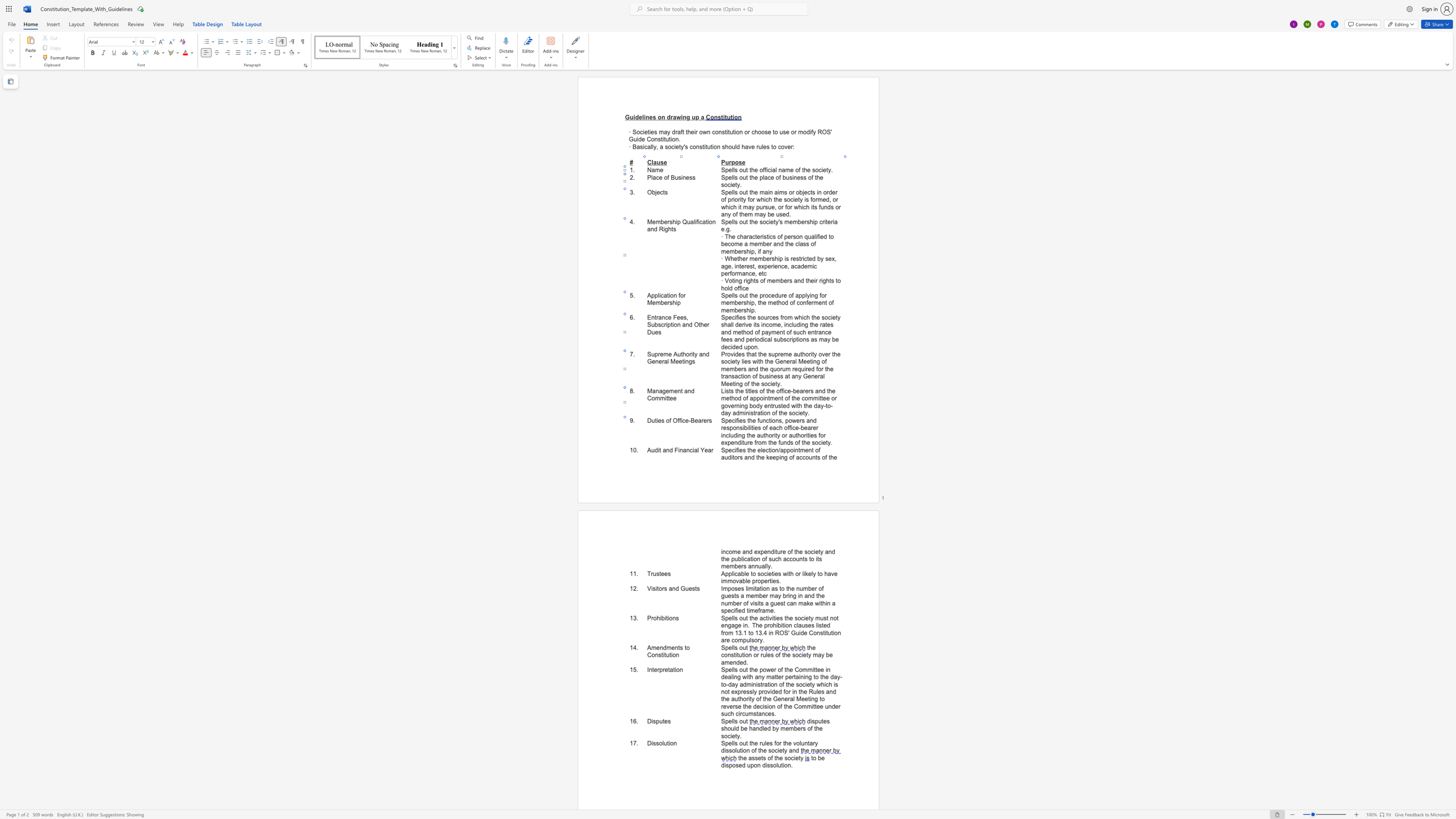 This screenshot has height=819, width=1456. I want to click on the 3th character "a" in the text, so click(786, 376).